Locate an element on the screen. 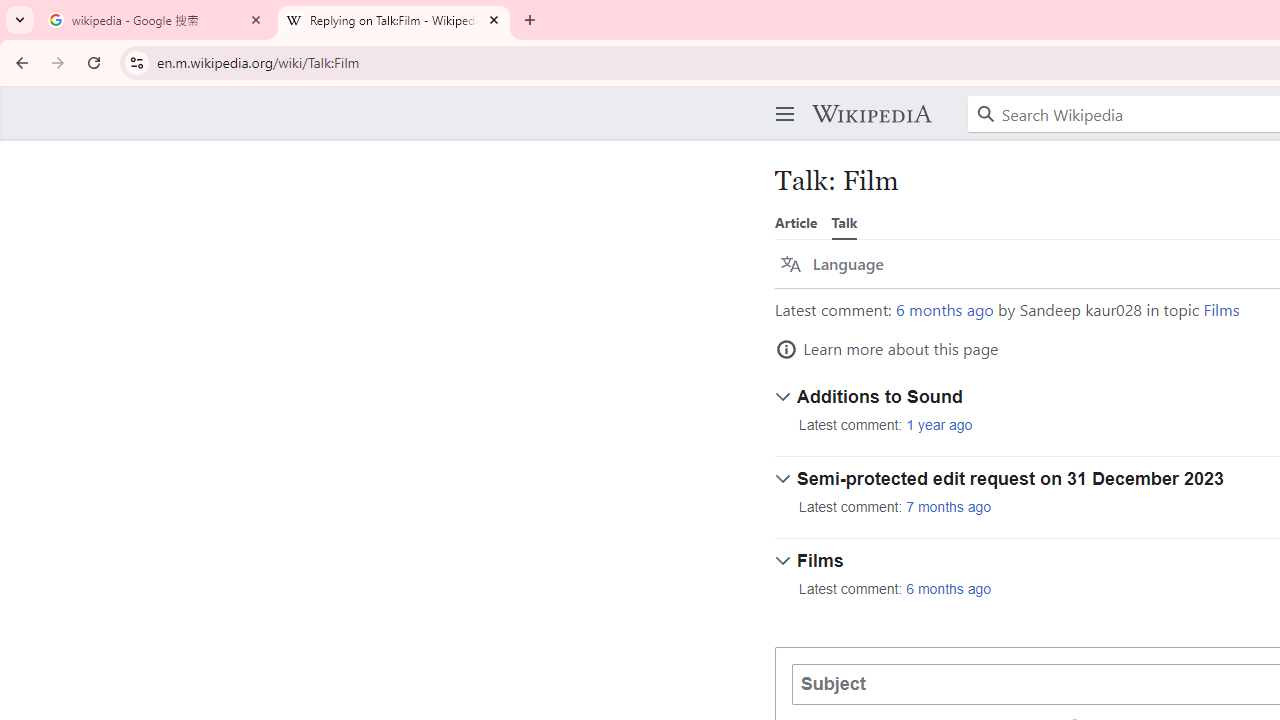 This screenshot has width=1280, height=720. 'Wikipedia' is located at coordinates (871, 114).